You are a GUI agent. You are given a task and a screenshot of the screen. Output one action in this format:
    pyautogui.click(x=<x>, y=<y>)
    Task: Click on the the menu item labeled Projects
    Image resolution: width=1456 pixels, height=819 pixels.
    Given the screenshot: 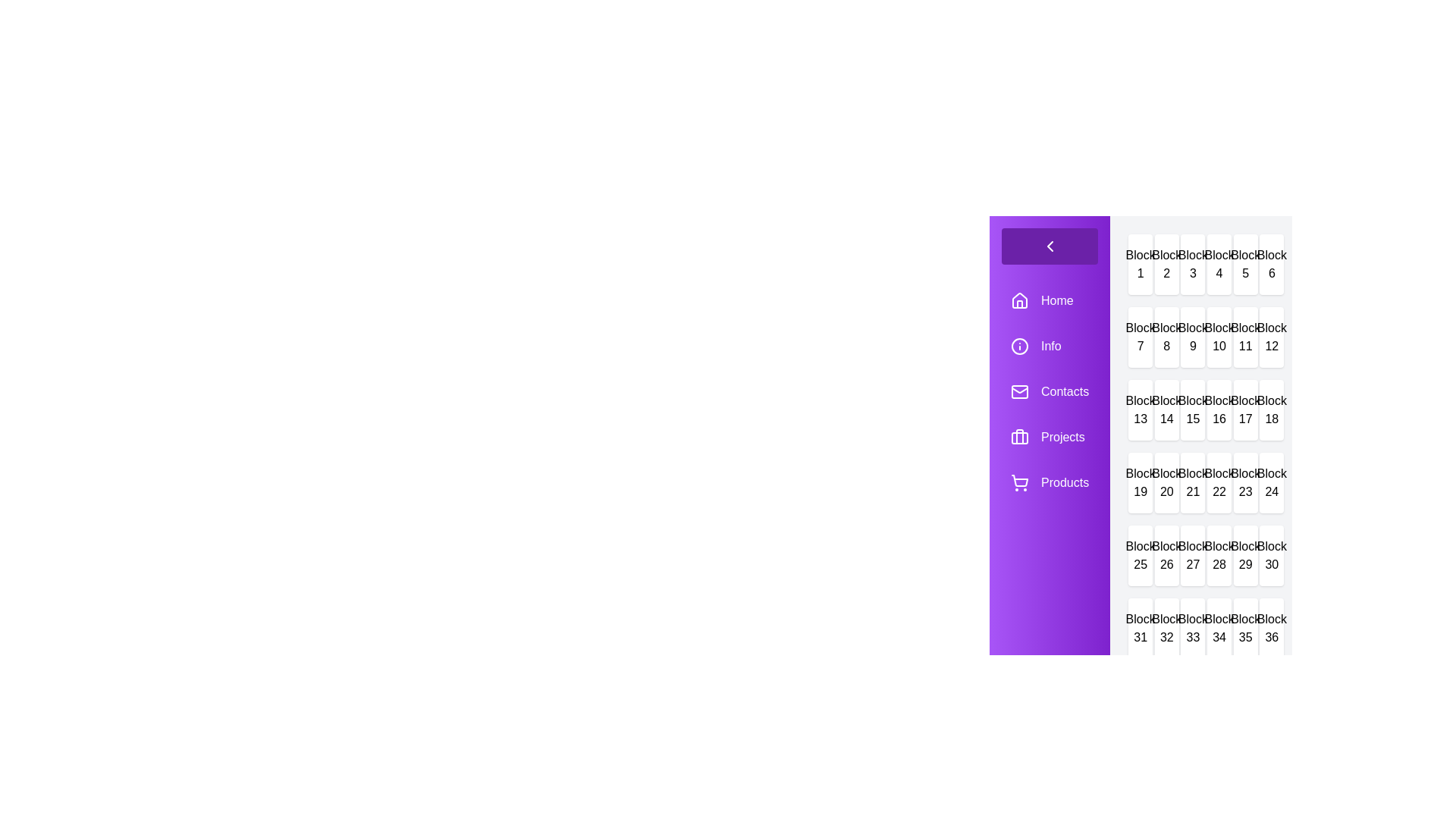 What is the action you would take?
    pyautogui.click(x=1049, y=438)
    